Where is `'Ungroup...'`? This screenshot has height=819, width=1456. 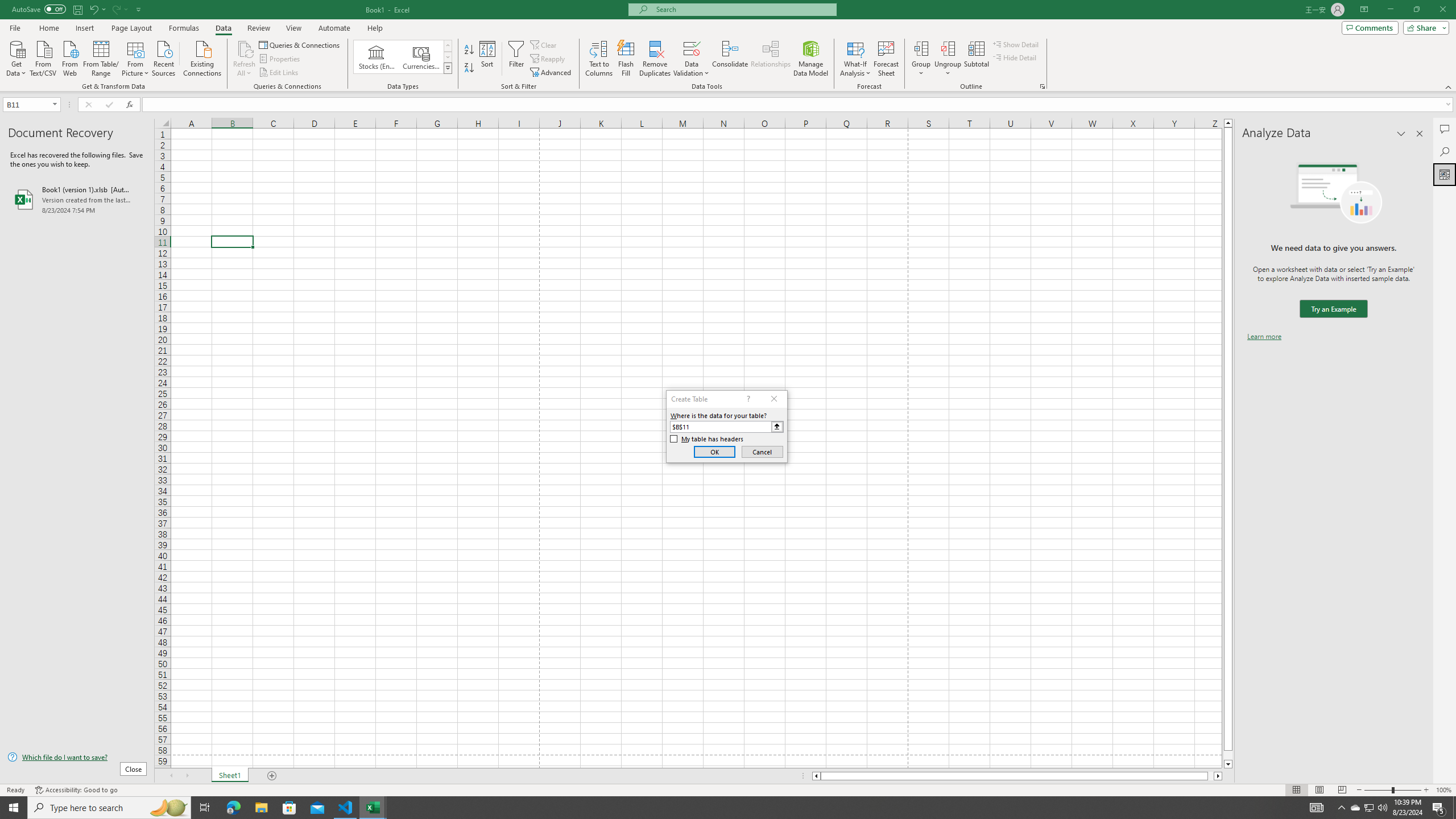 'Ungroup...' is located at coordinates (948, 48).